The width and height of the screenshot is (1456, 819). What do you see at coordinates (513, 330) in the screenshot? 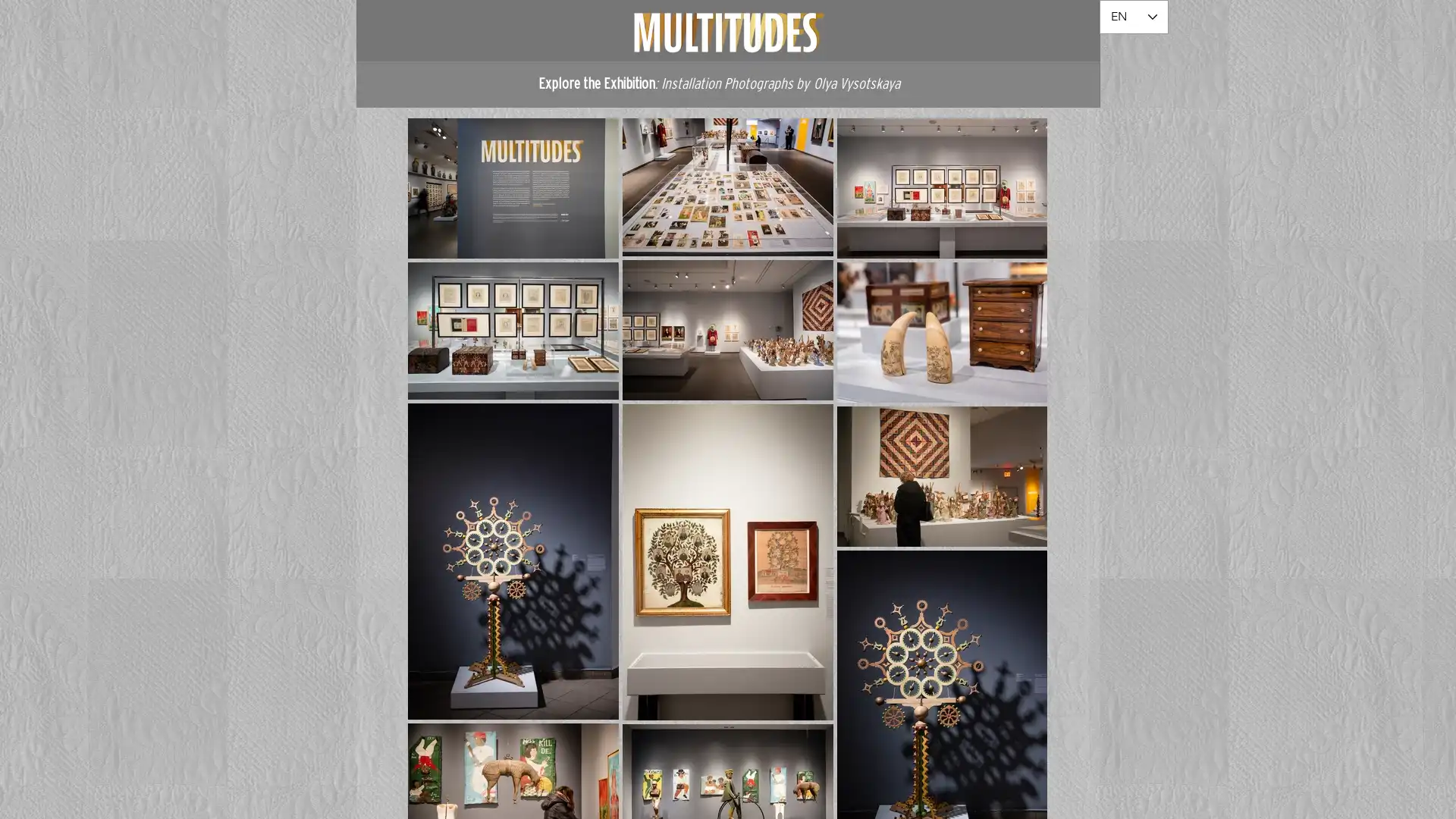
I see `EX - 2022 - Multitudes - AFAM - 086.jpg` at bounding box center [513, 330].